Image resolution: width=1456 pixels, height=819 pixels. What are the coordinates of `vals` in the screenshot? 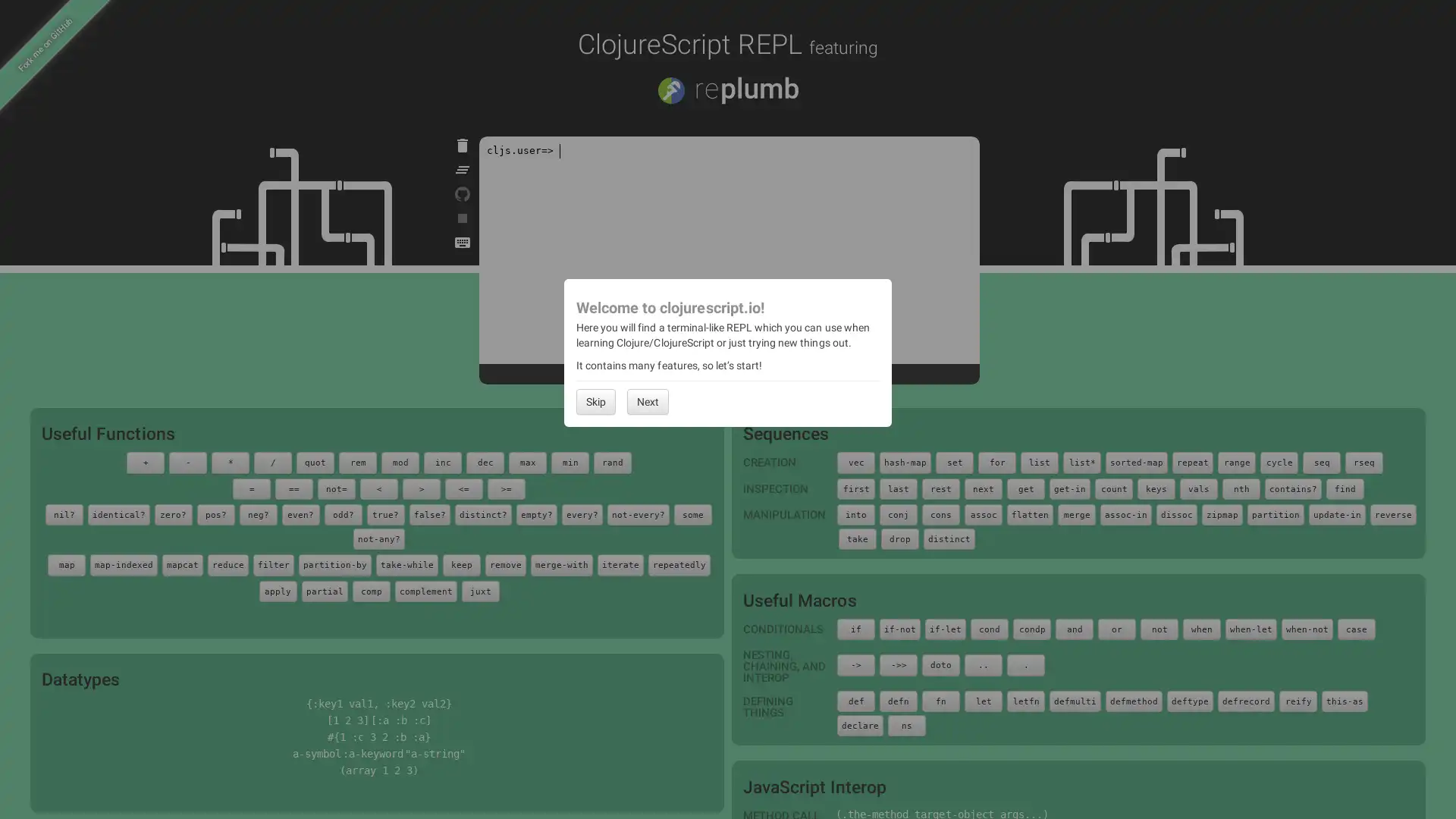 It's located at (1197, 488).